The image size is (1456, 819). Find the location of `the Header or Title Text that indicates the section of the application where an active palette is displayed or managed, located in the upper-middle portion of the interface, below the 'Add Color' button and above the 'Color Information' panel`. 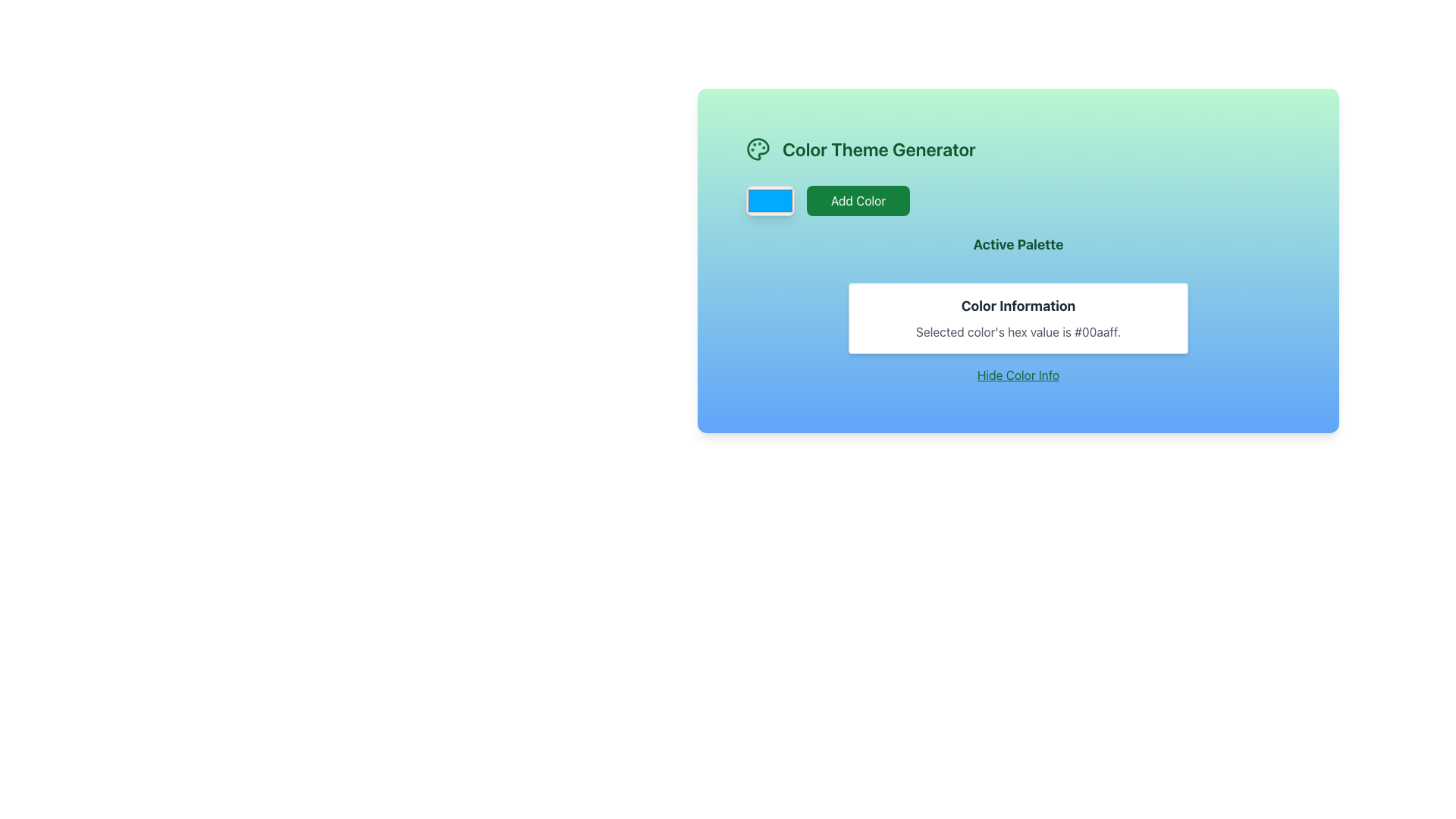

the Header or Title Text that indicates the section of the application where an active palette is displayed or managed, located in the upper-middle portion of the interface, below the 'Add Color' button and above the 'Color Information' panel is located at coordinates (1018, 244).